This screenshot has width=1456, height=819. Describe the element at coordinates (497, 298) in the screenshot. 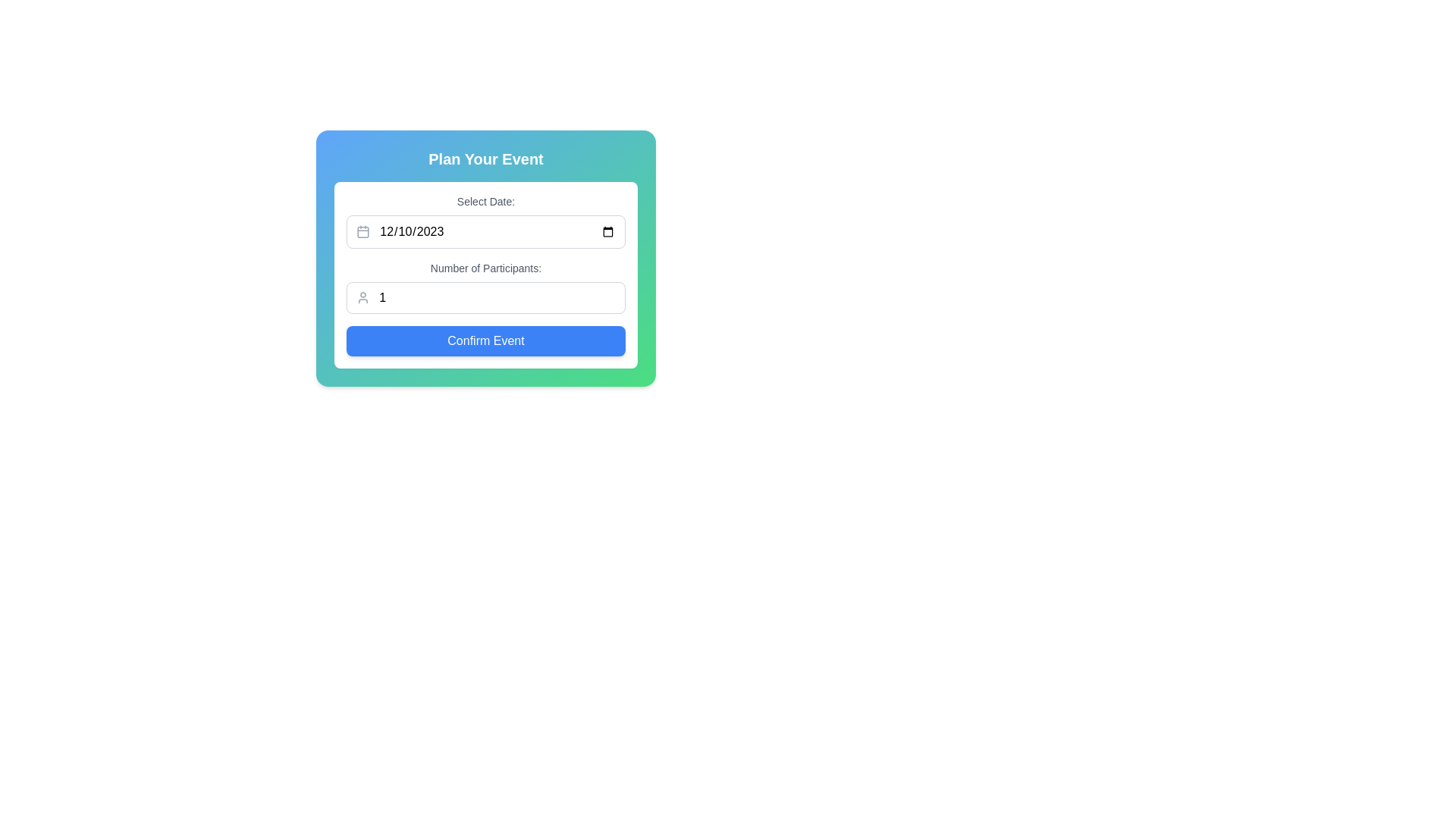

I see `the numeric input field displaying the number '1' to focus on it` at that location.